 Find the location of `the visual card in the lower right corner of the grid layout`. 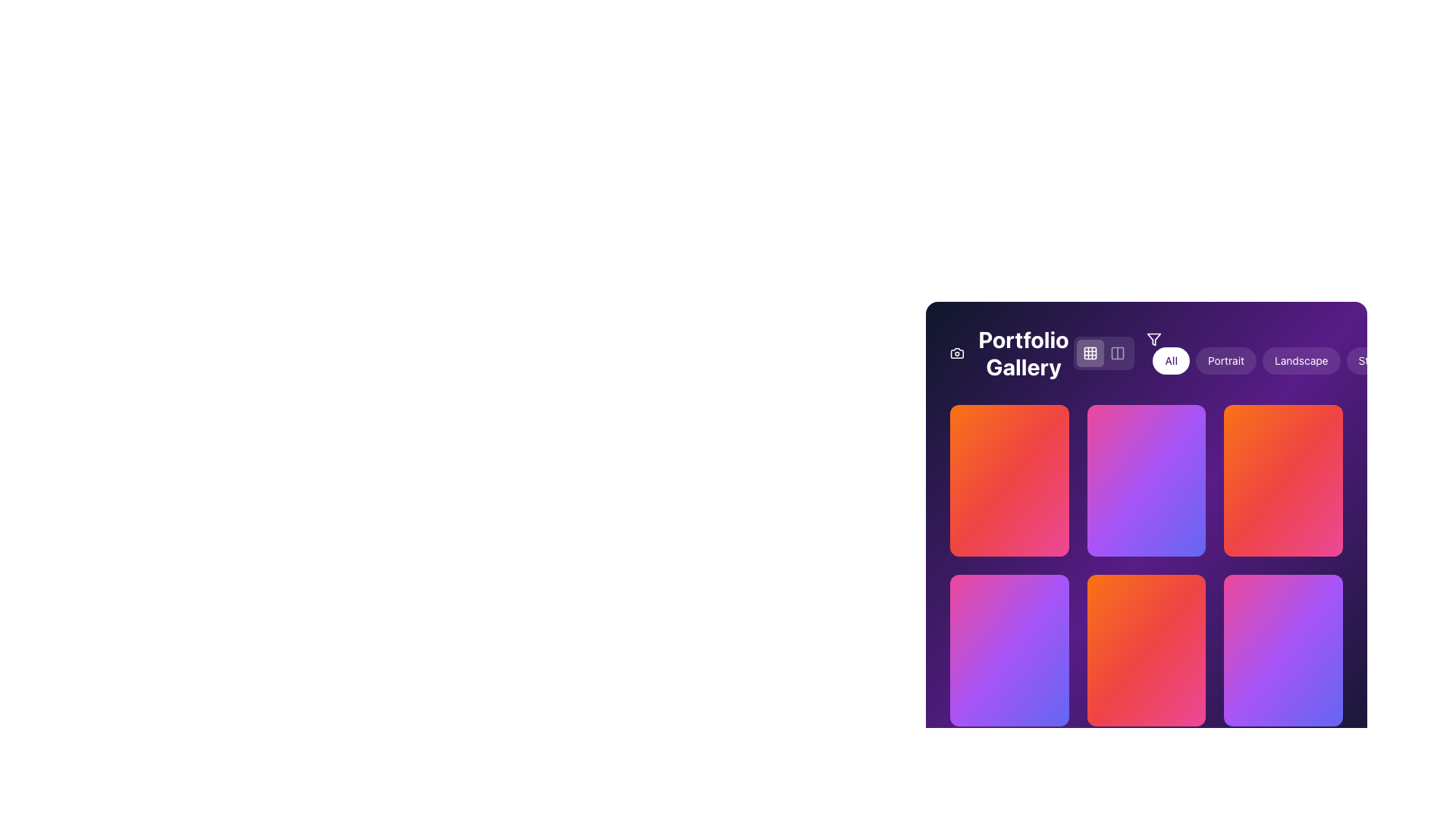

the visual card in the lower right corner of the grid layout is located at coordinates (1282, 688).